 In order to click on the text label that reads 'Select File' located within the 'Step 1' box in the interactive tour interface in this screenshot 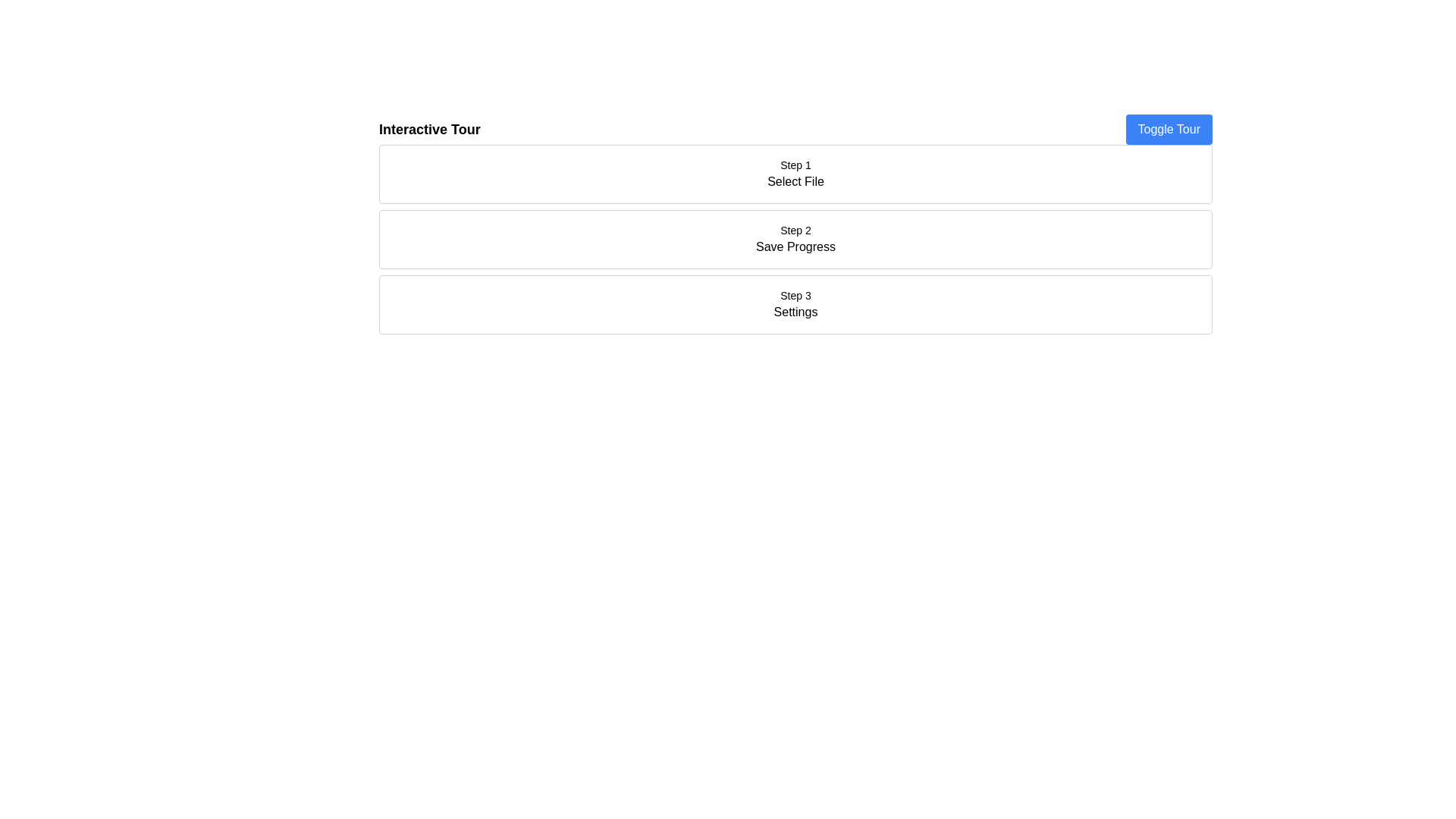, I will do `click(795, 180)`.